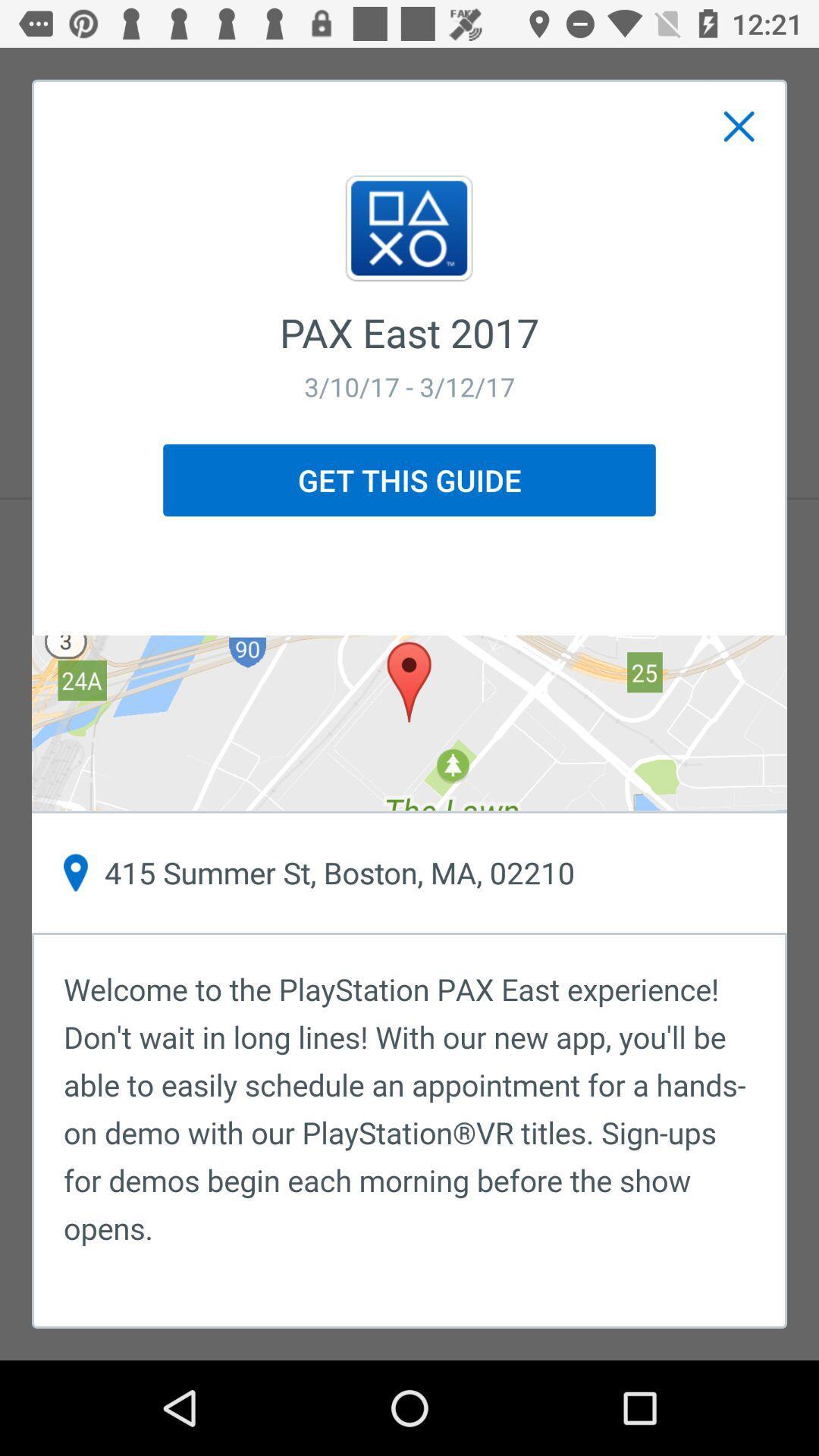 This screenshot has width=819, height=1456. What do you see at coordinates (739, 127) in the screenshot?
I see `the item at the top right corner` at bounding box center [739, 127].